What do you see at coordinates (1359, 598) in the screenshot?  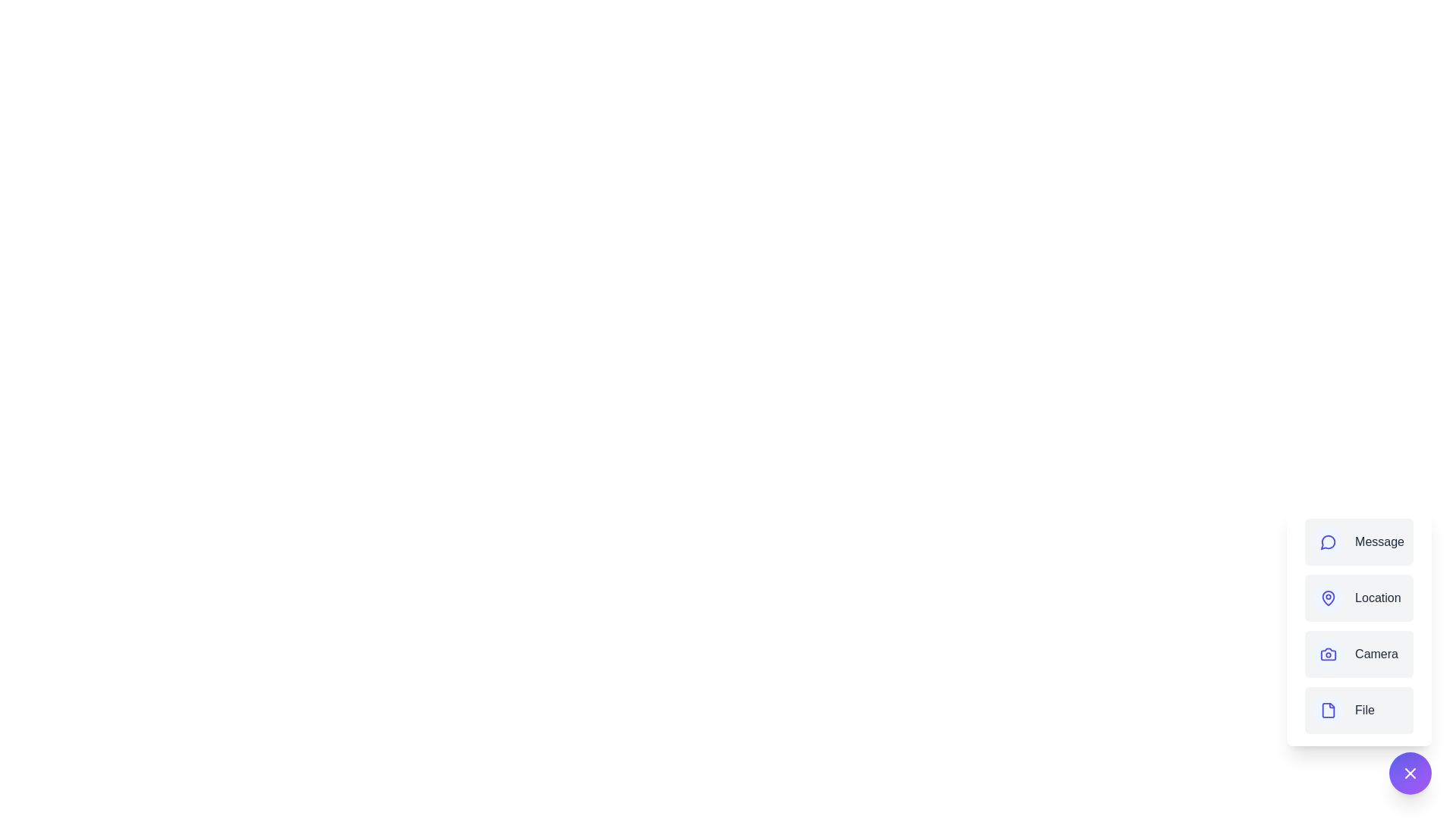 I see `the action labeled Location` at bounding box center [1359, 598].